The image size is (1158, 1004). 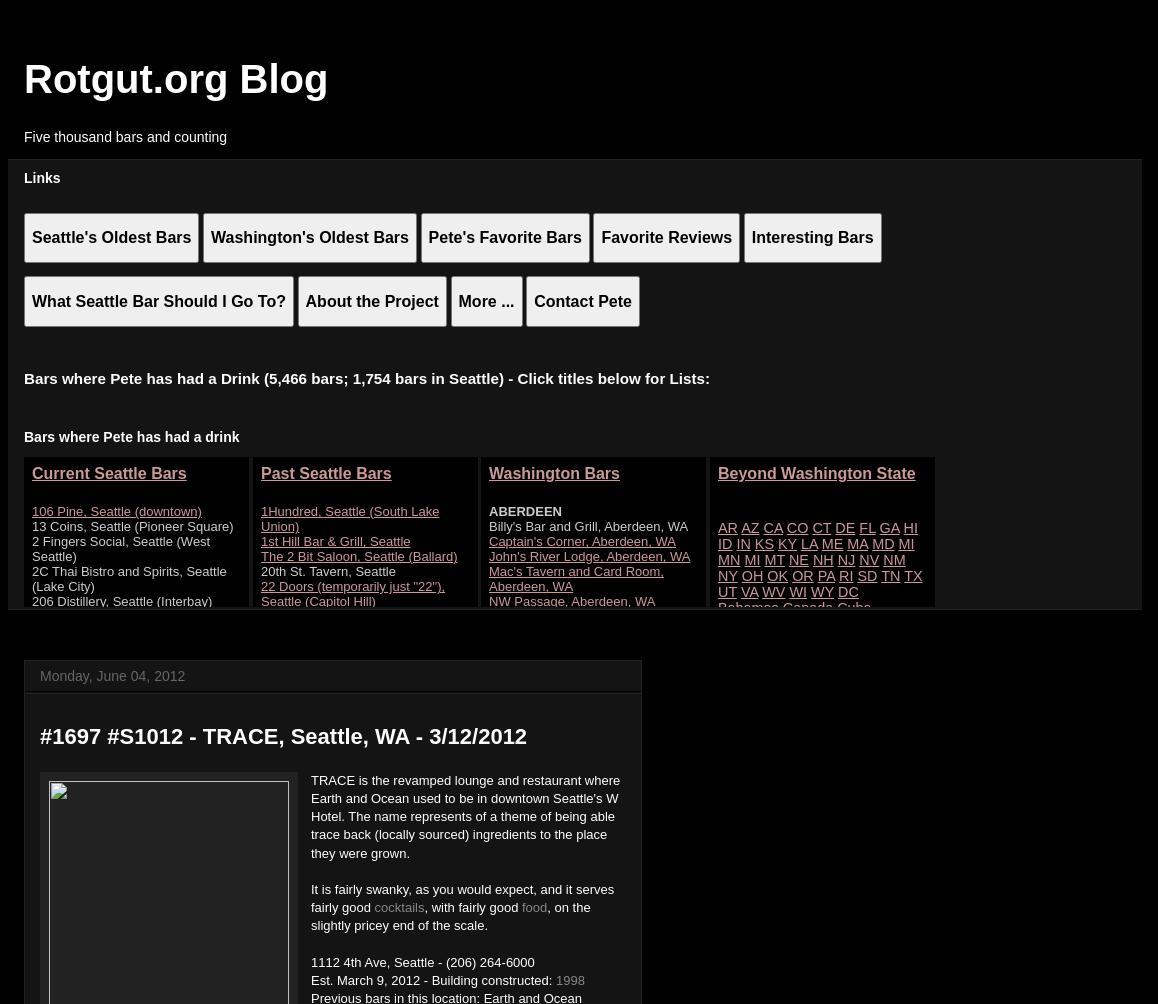 I want to click on 'Five thousand bars and counting', so click(x=22, y=135).